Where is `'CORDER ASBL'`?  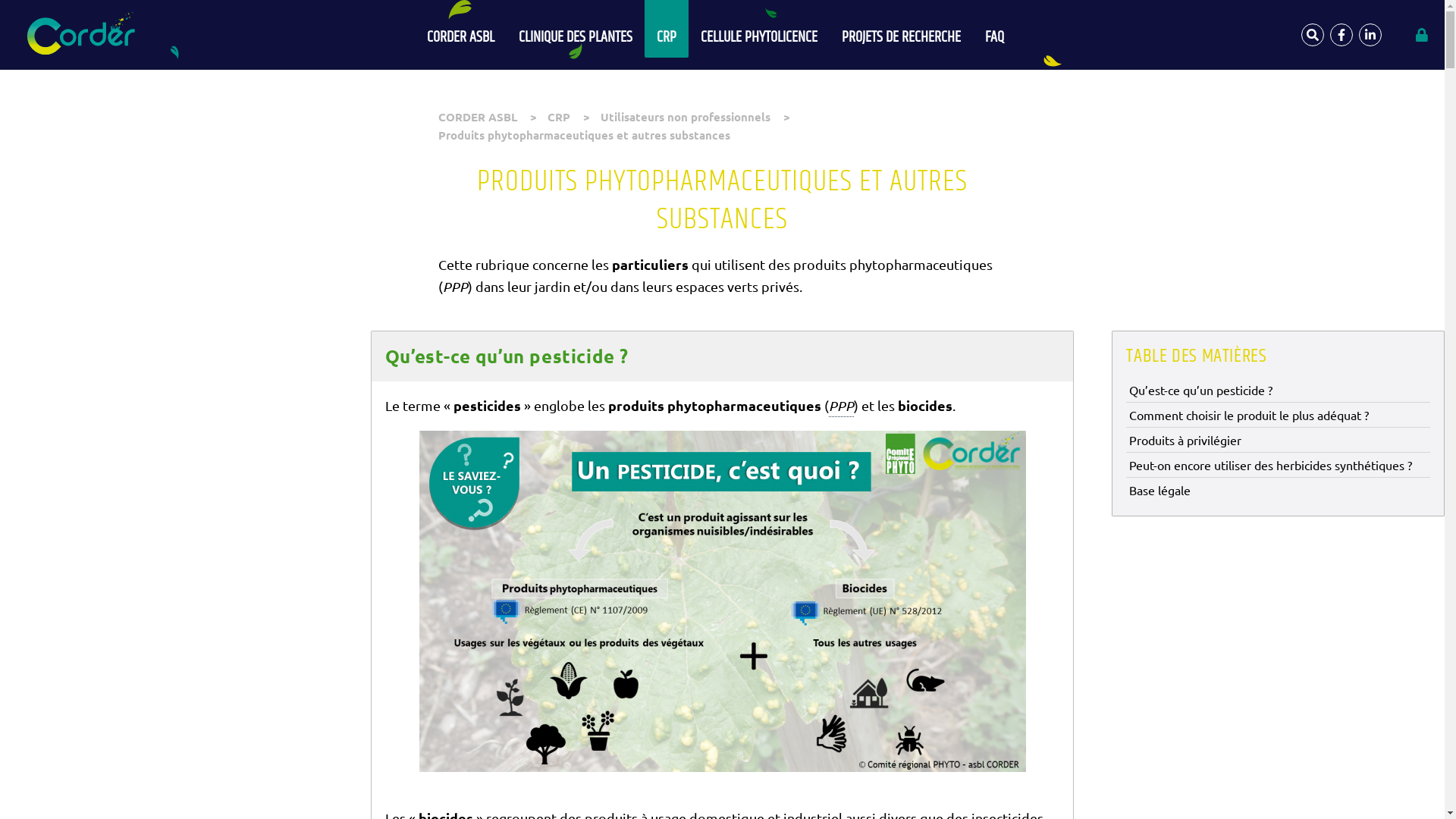
'CORDER ASBL' is located at coordinates (460, 29).